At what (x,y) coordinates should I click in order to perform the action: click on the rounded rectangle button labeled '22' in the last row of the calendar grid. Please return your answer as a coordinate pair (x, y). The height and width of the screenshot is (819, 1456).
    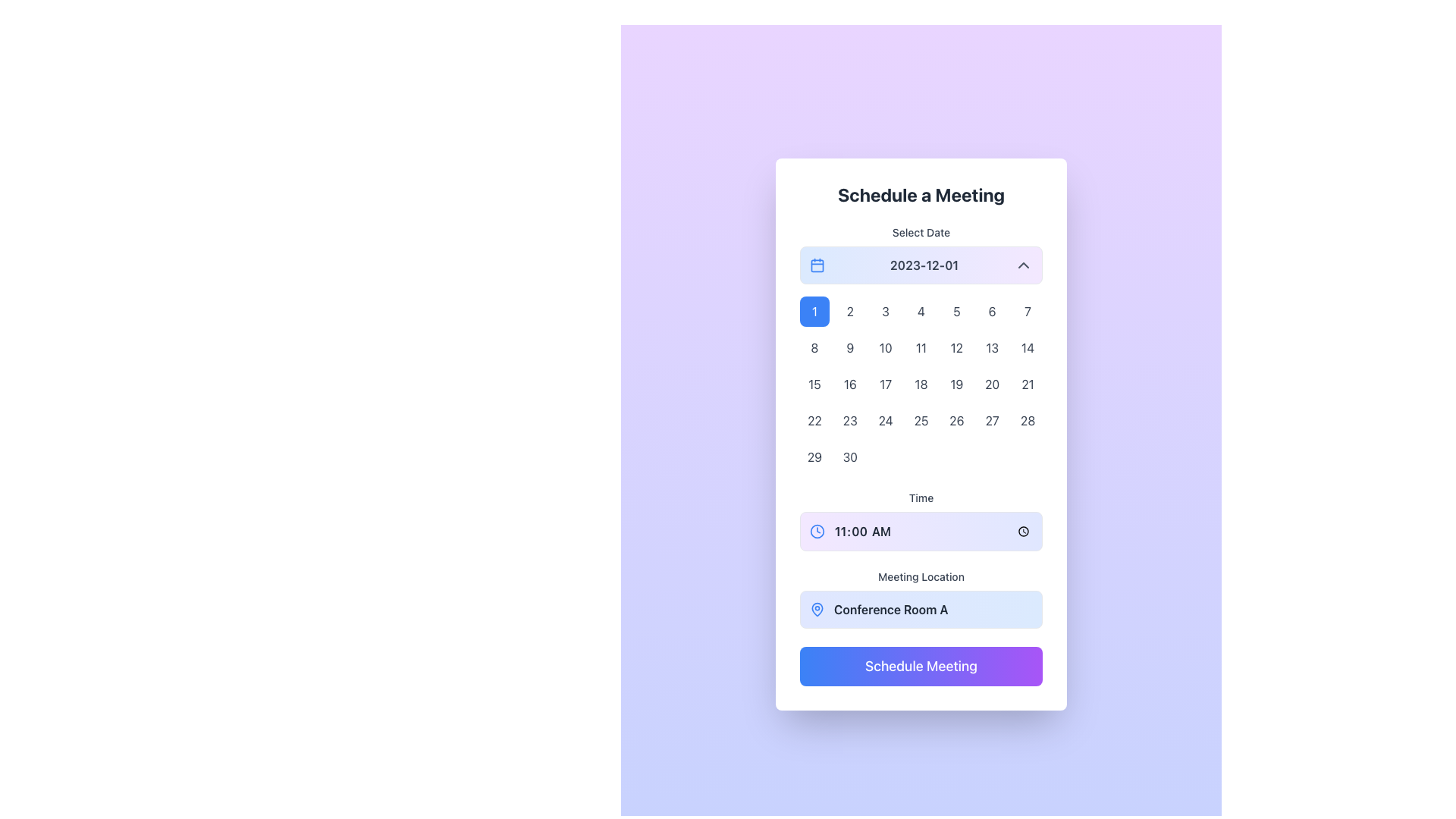
    Looking at the image, I should click on (814, 421).